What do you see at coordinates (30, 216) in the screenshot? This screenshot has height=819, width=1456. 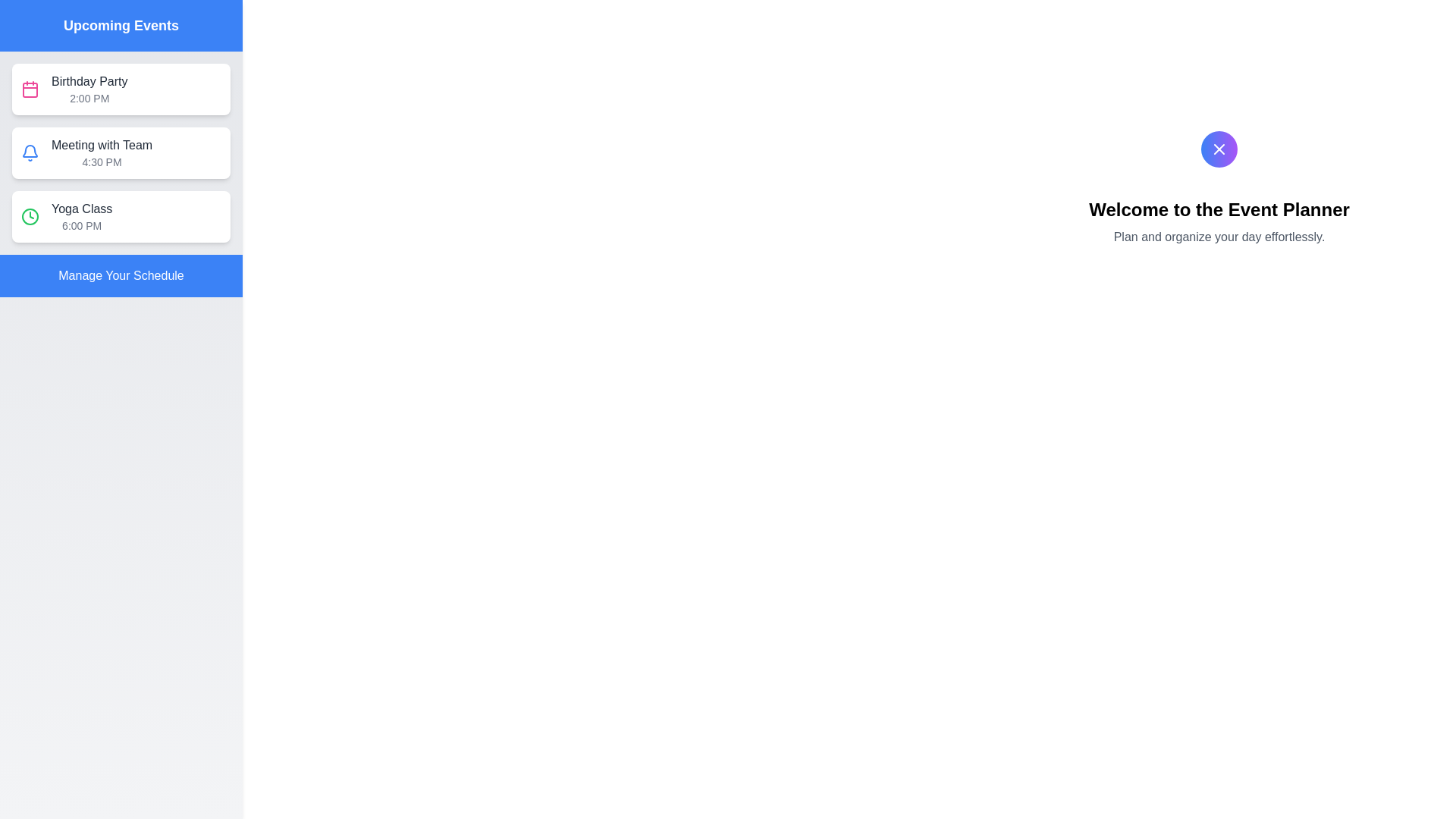 I see `the circular SVG element styled as a clock icon with a green outline, located to the left of the 'Yoga Class' event entry in the upcoming events list` at bounding box center [30, 216].